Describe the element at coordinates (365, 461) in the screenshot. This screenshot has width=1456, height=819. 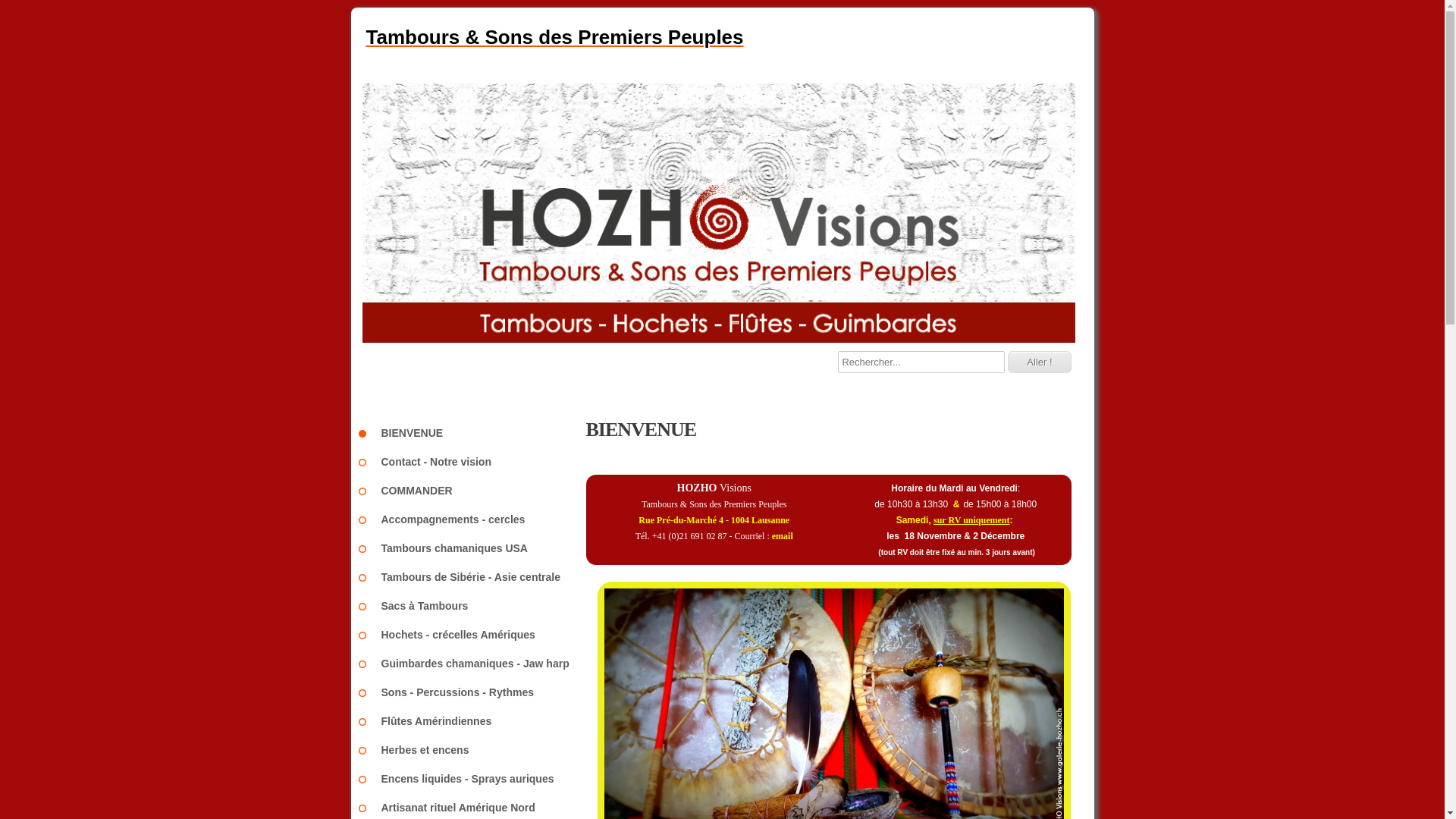
I see `'Contact - Notre vision'` at that location.